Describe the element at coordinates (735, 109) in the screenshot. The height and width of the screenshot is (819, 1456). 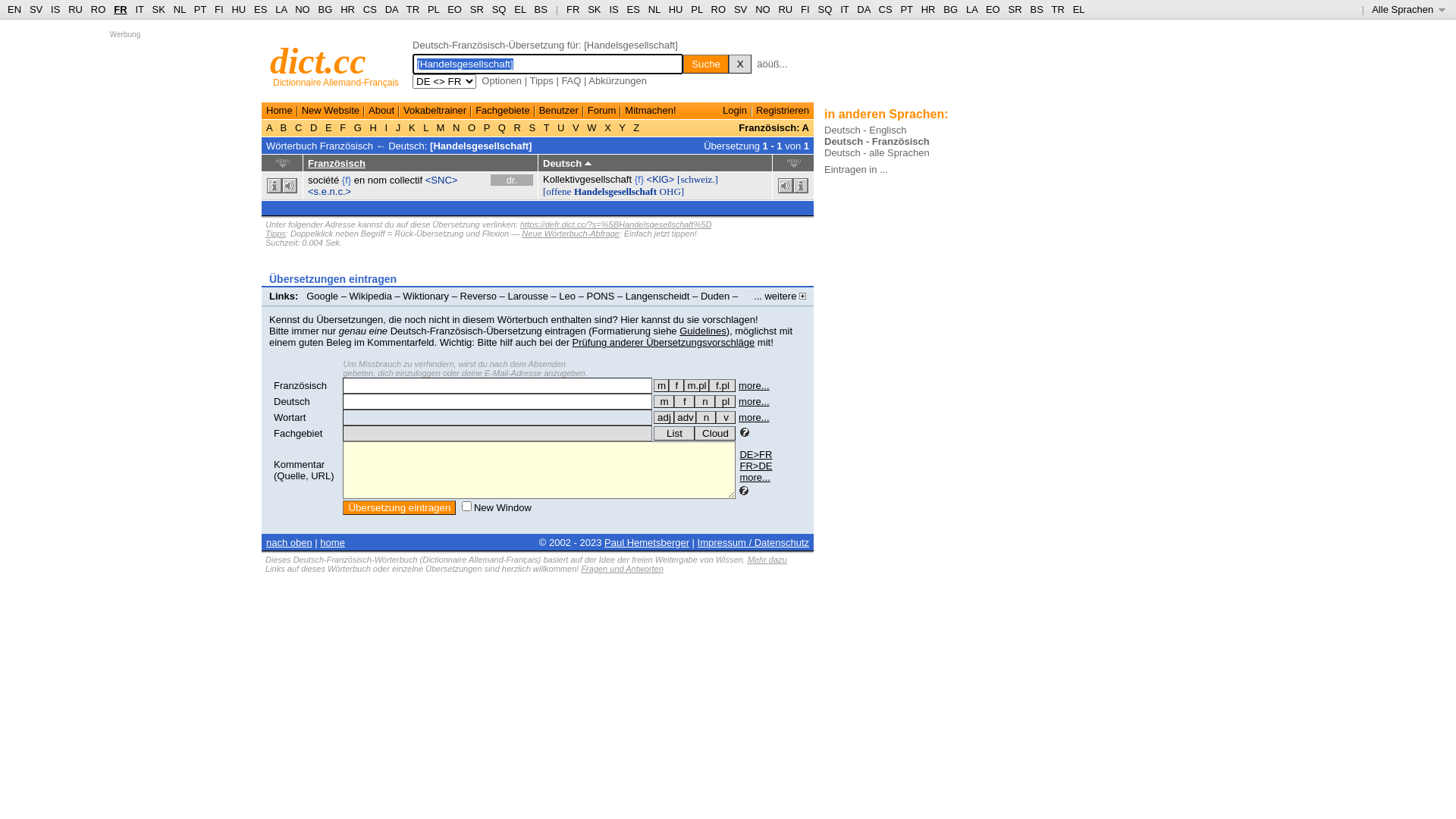
I see `'Login'` at that location.